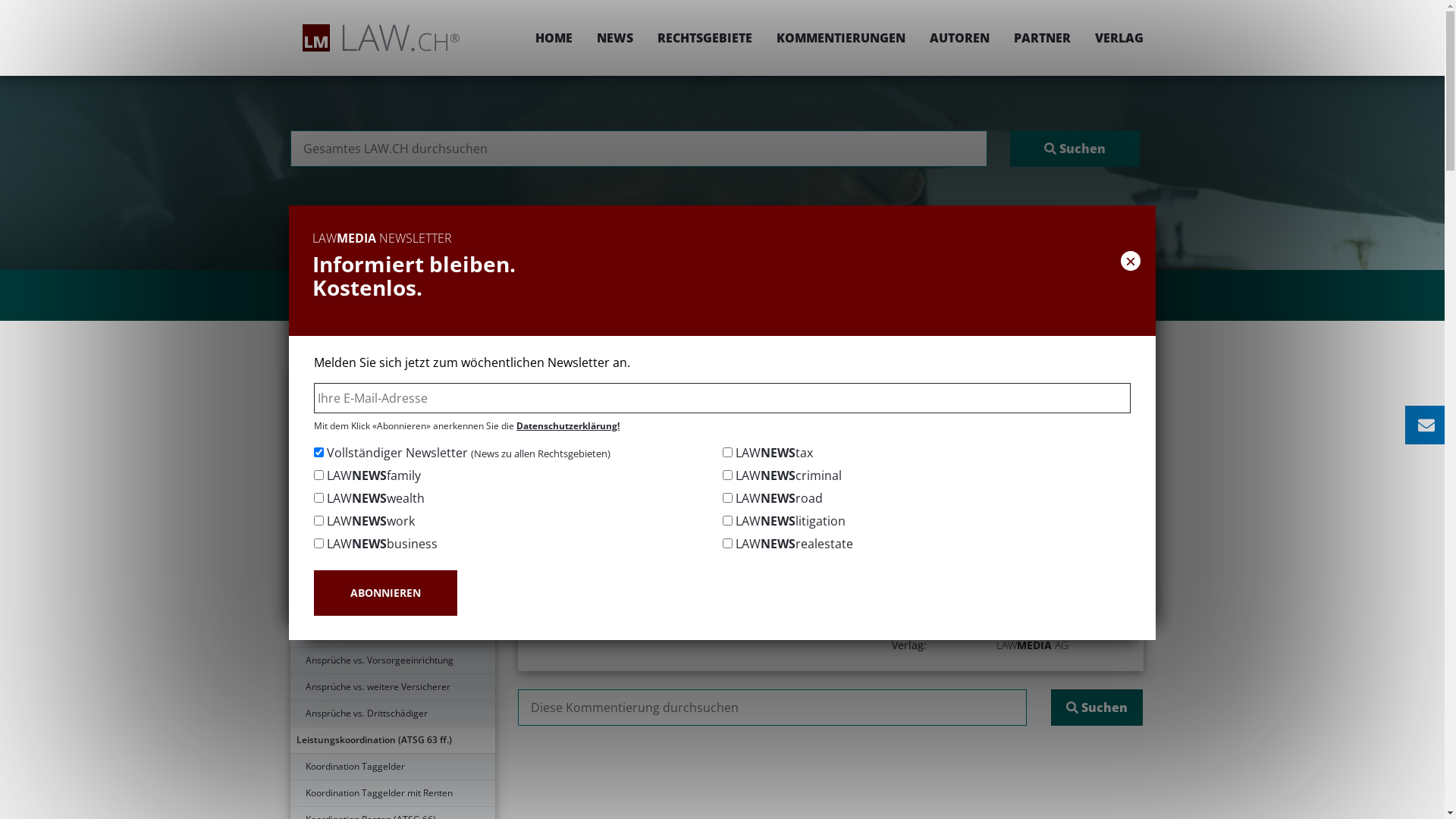 This screenshot has width=1456, height=819. I want to click on 'HOME', so click(523, 37).